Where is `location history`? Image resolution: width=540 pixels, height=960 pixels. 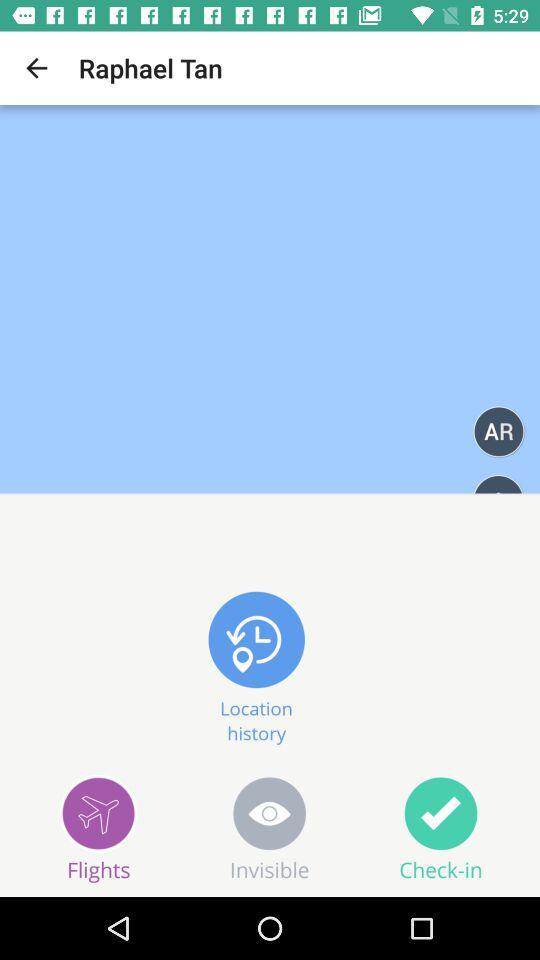 location history is located at coordinates (256, 664).